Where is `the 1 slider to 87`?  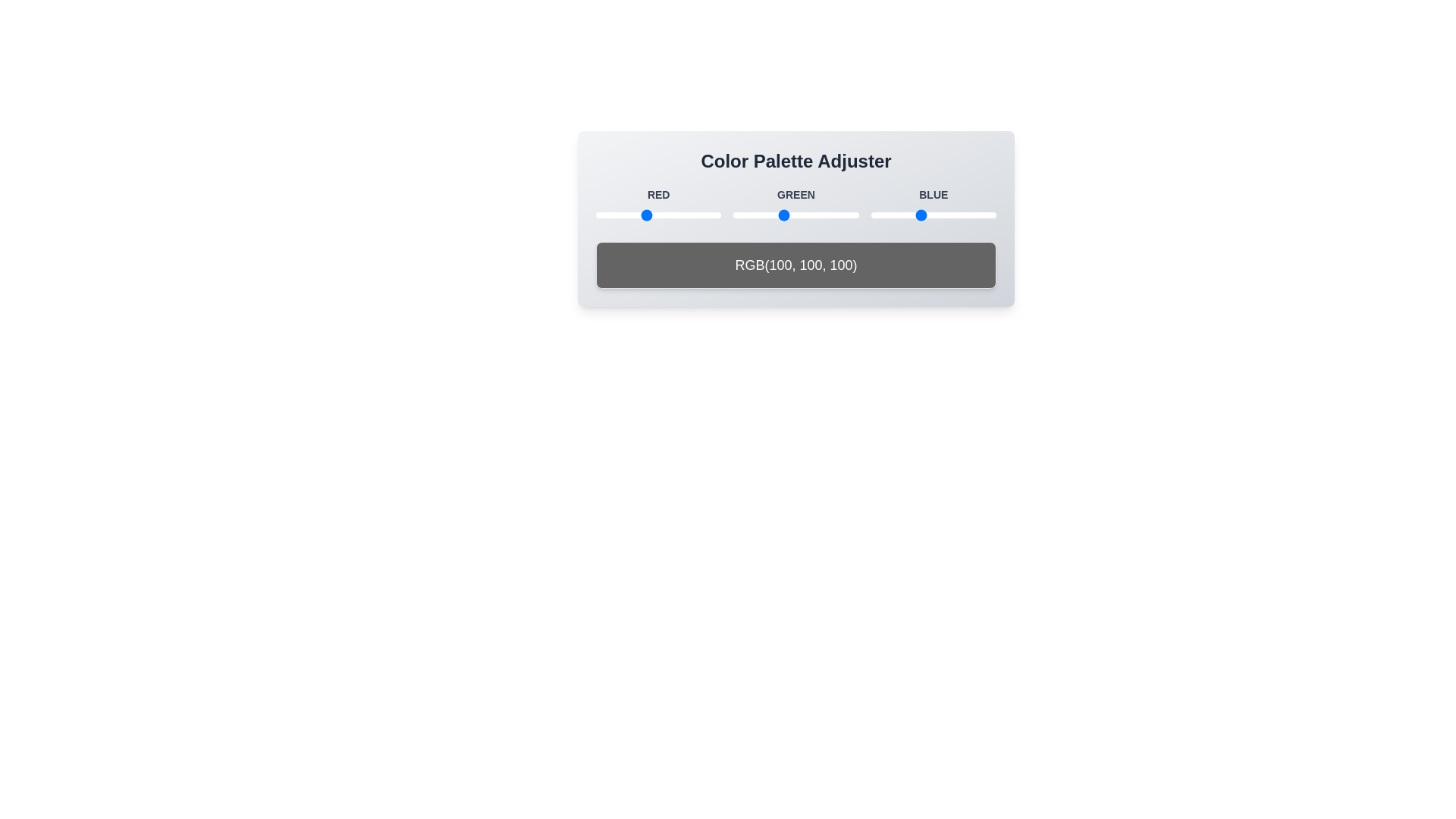
the 1 slider to 87 is located at coordinates (639, 215).